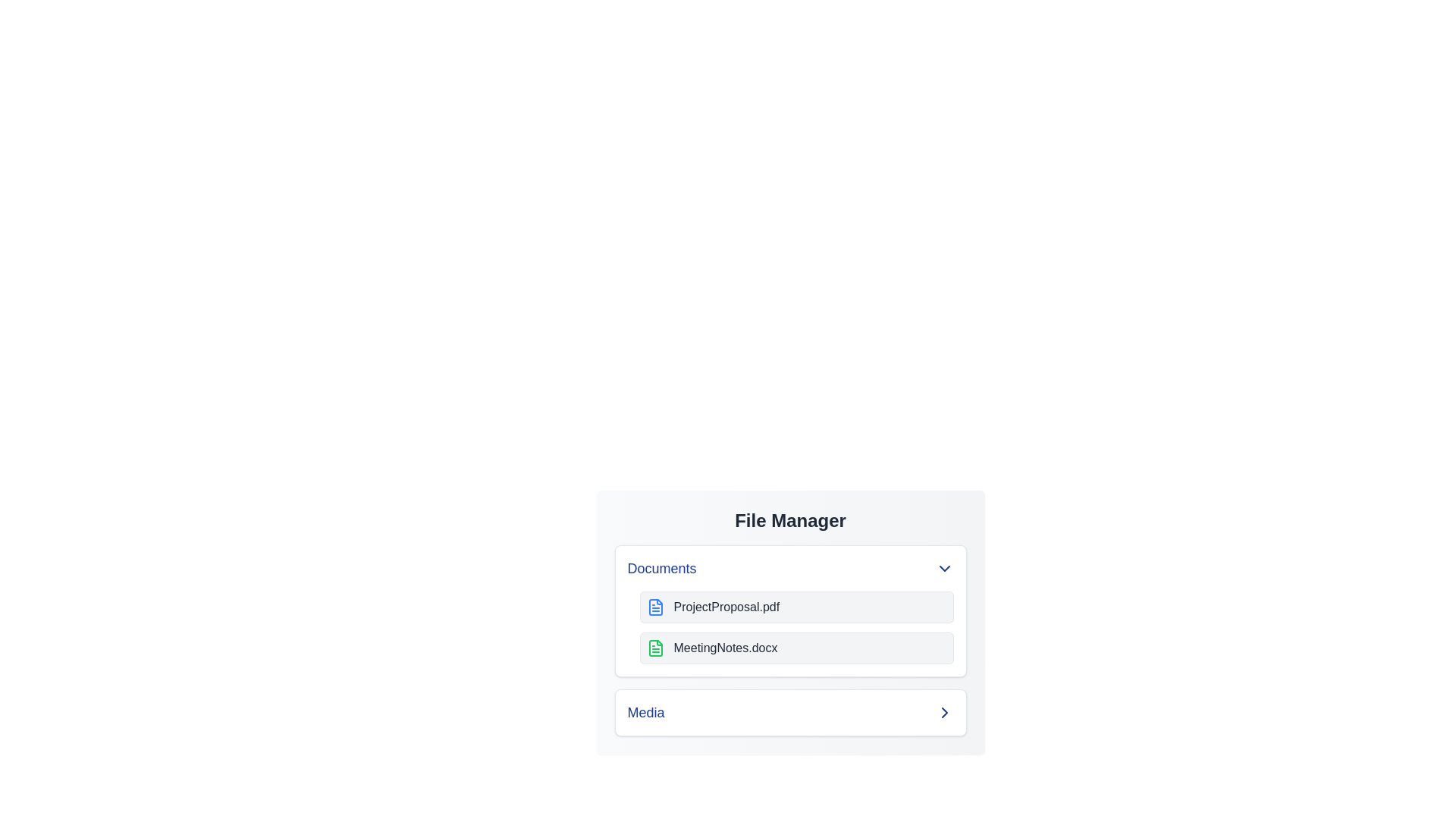 This screenshot has width=1456, height=819. Describe the element at coordinates (795, 607) in the screenshot. I see `the file ProjectProposal.pdf to observe hover effects` at that location.